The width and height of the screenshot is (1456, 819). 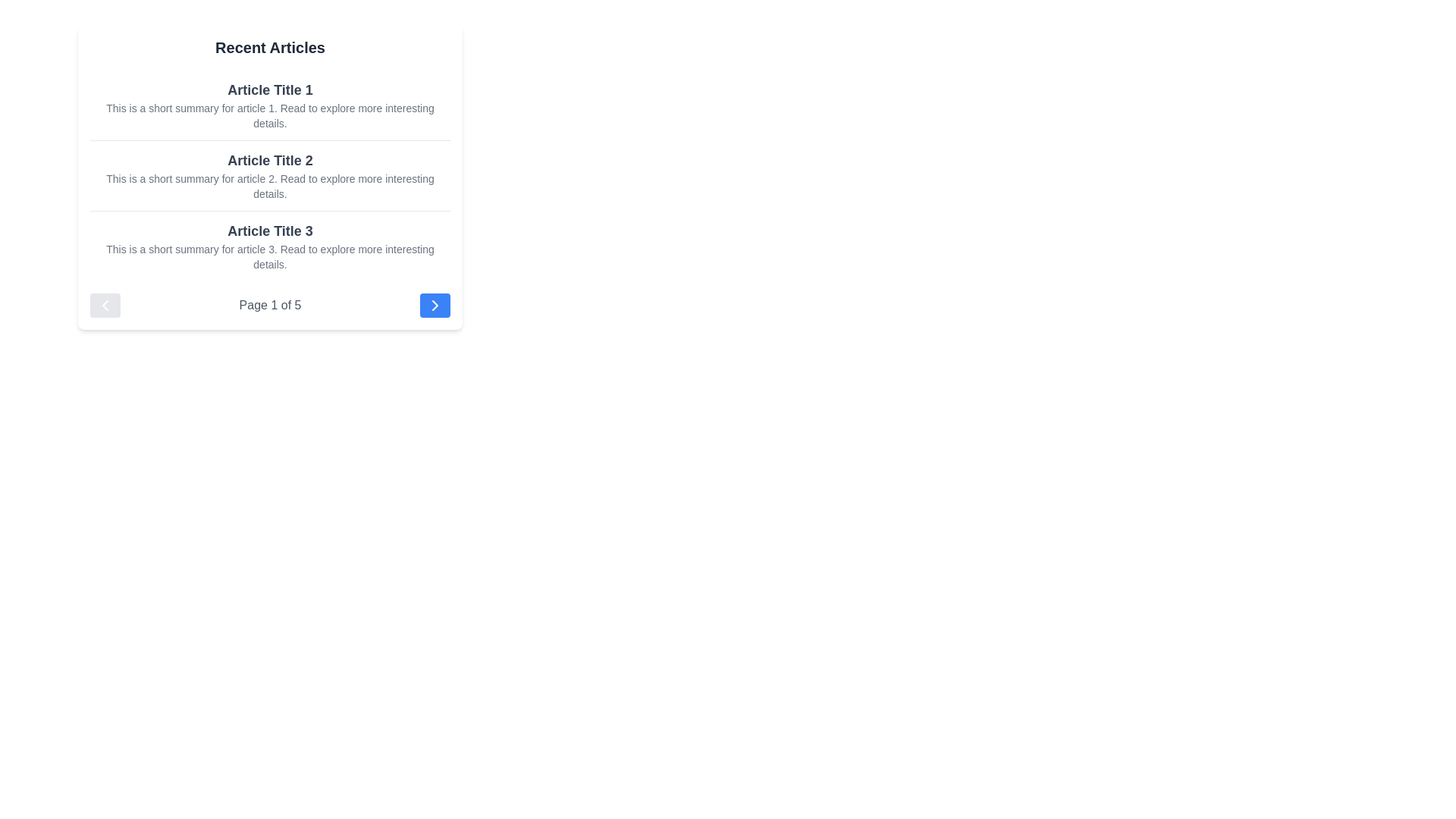 I want to click on the navigation button located at the bottom-left corner of the article summary card, so click(x=105, y=305).